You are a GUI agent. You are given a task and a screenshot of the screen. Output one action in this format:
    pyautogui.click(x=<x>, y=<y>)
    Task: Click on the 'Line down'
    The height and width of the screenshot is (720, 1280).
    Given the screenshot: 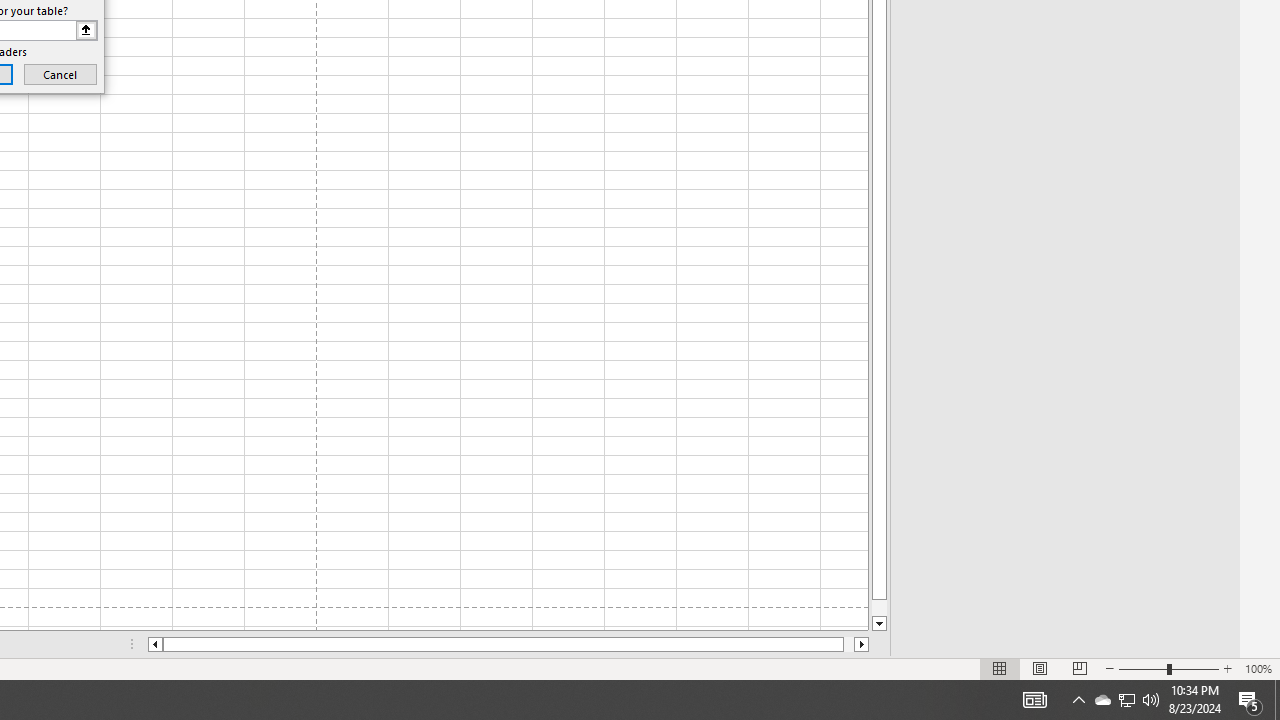 What is the action you would take?
    pyautogui.click(x=879, y=623)
    